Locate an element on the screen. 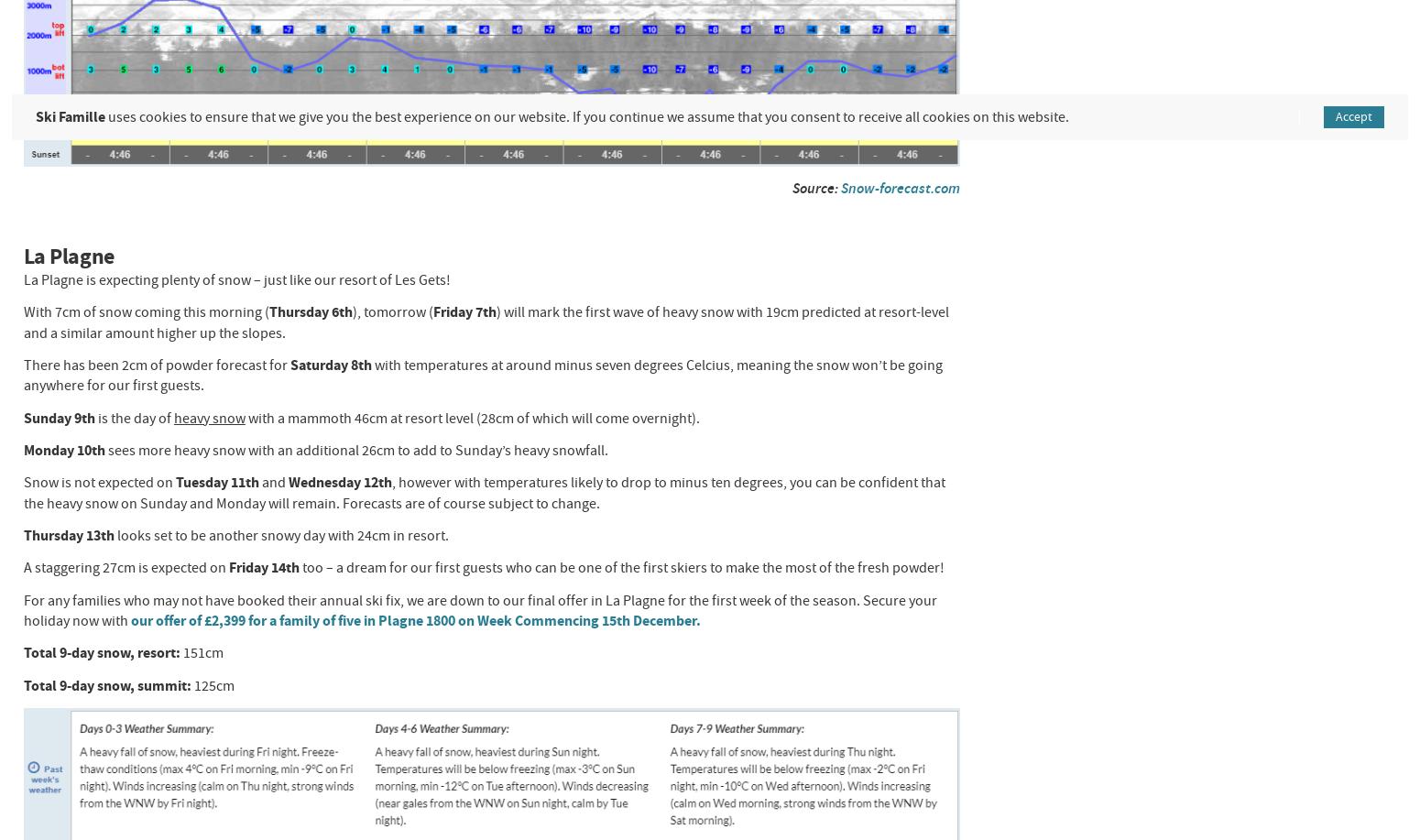 The height and width of the screenshot is (840, 1420). 'Monday 10th' is located at coordinates (63, 448).